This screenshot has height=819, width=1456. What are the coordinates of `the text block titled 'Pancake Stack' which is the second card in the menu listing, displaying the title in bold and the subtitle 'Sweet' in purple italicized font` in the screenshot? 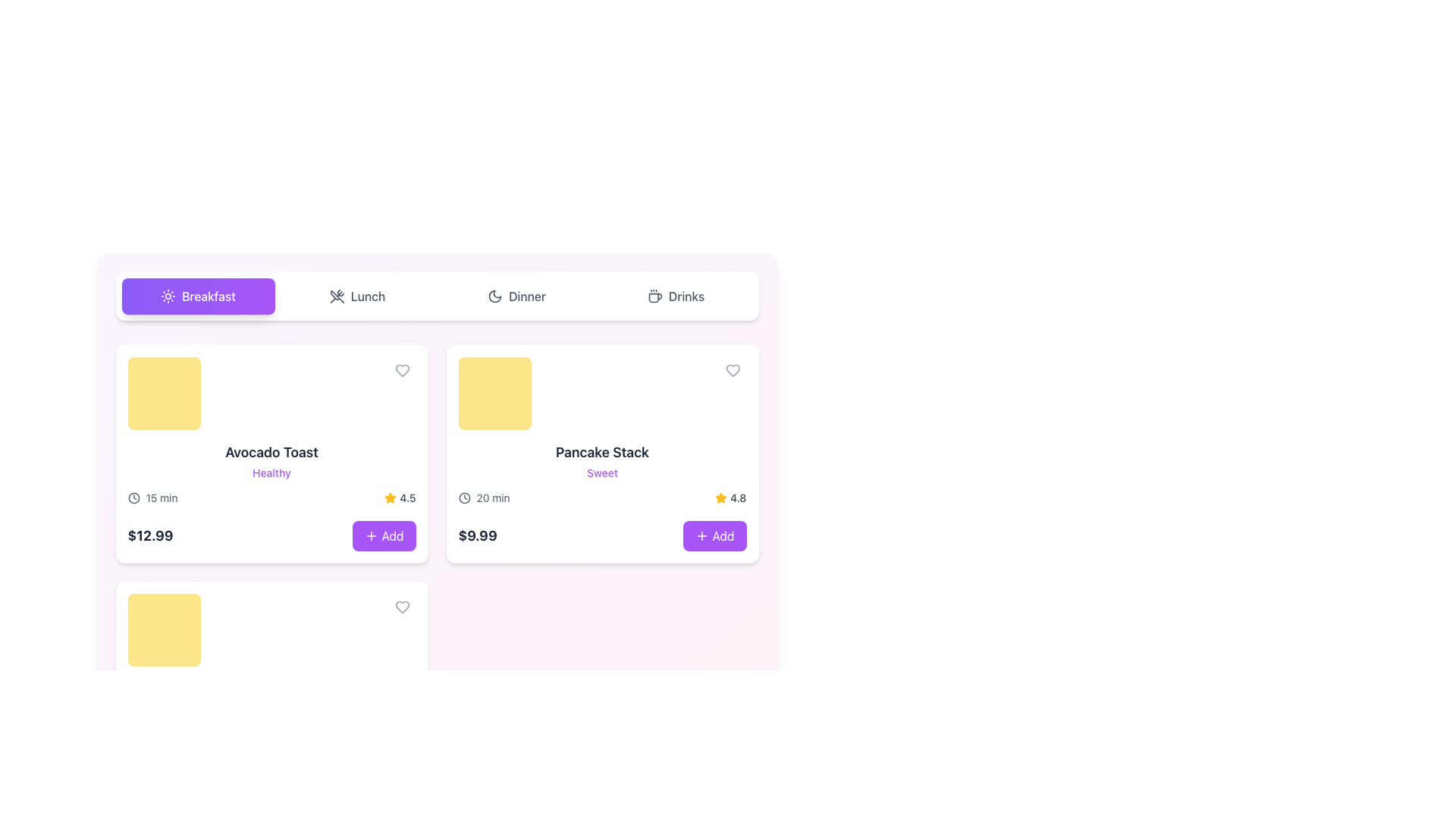 It's located at (601, 461).